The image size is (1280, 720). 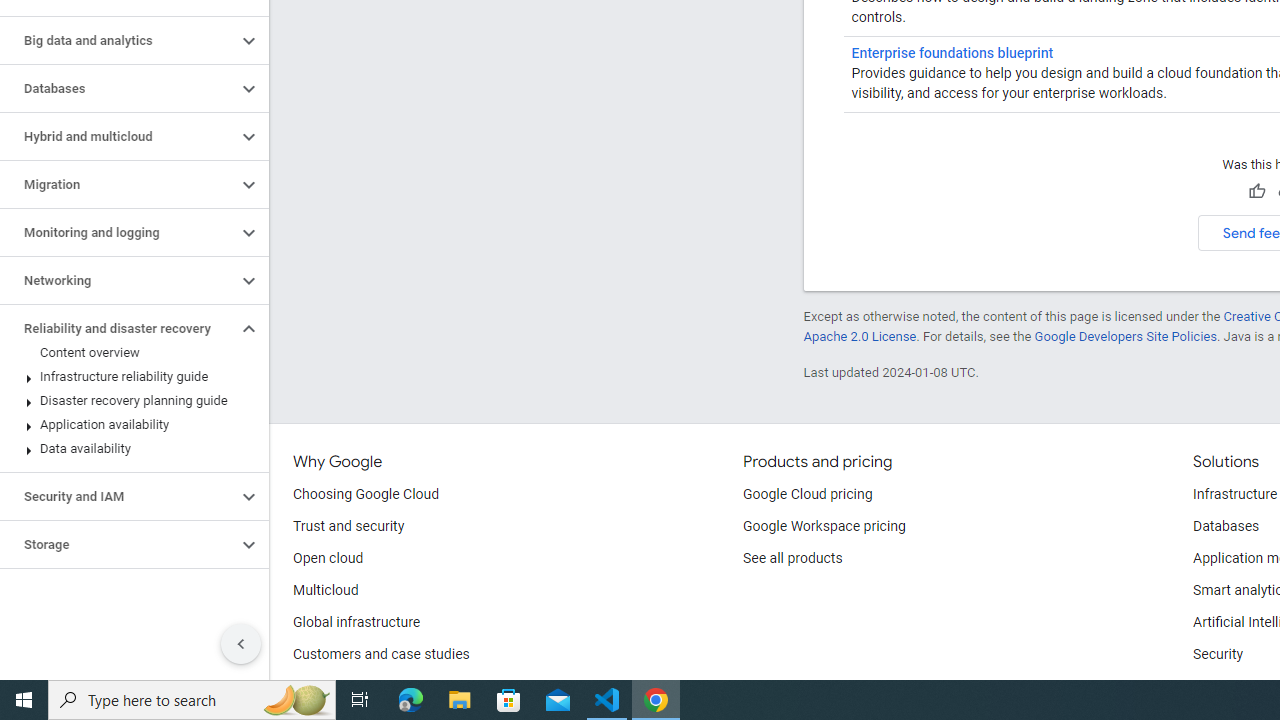 What do you see at coordinates (129, 401) in the screenshot?
I see `'Disaster recovery planning guide'` at bounding box center [129, 401].